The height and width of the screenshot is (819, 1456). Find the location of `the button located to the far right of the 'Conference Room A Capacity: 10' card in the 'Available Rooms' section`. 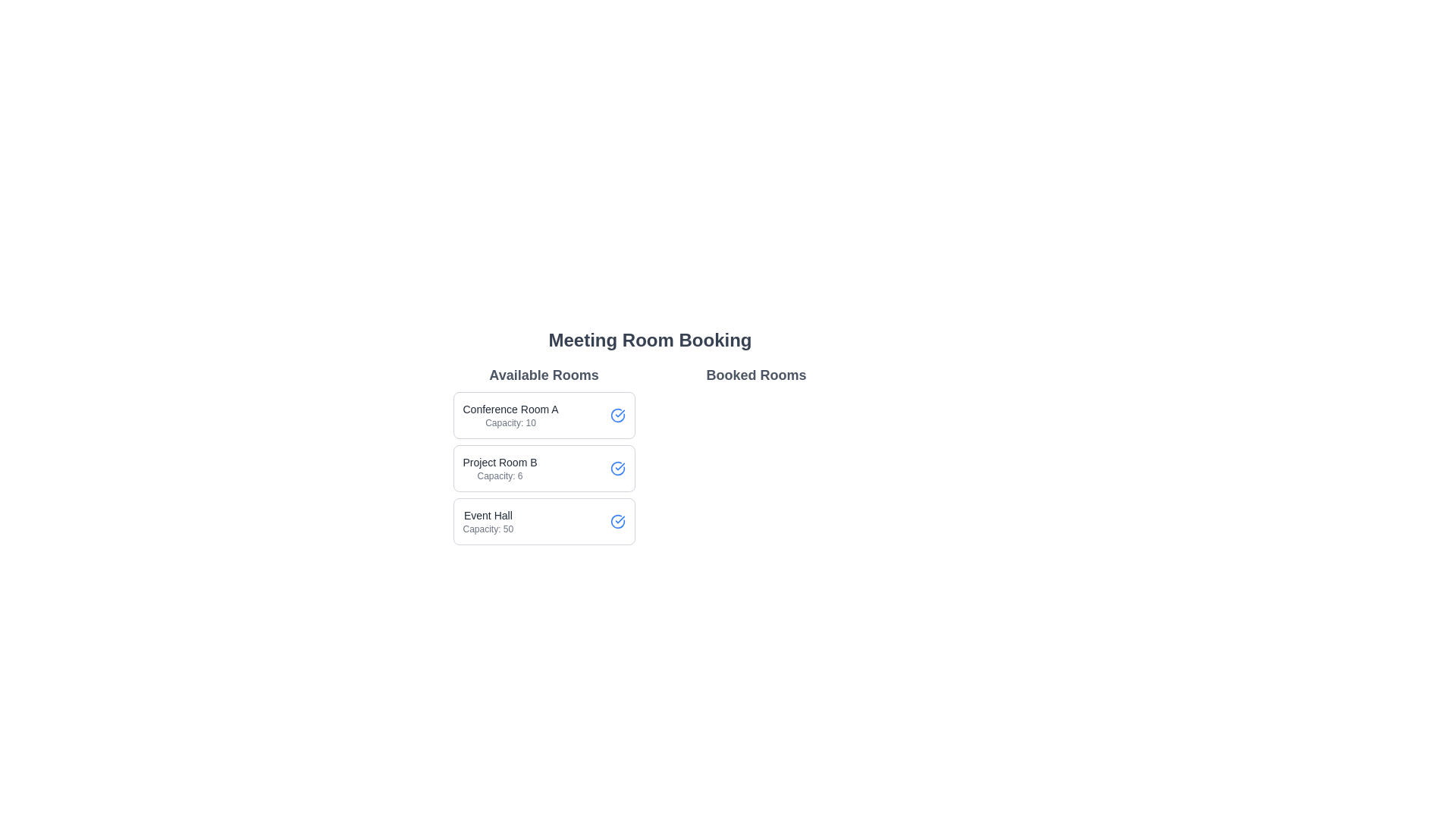

the button located to the far right of the 'Conference Room A Capacity: 10' card in the 'Available Rooms' section is located at coordinates (617, 415).